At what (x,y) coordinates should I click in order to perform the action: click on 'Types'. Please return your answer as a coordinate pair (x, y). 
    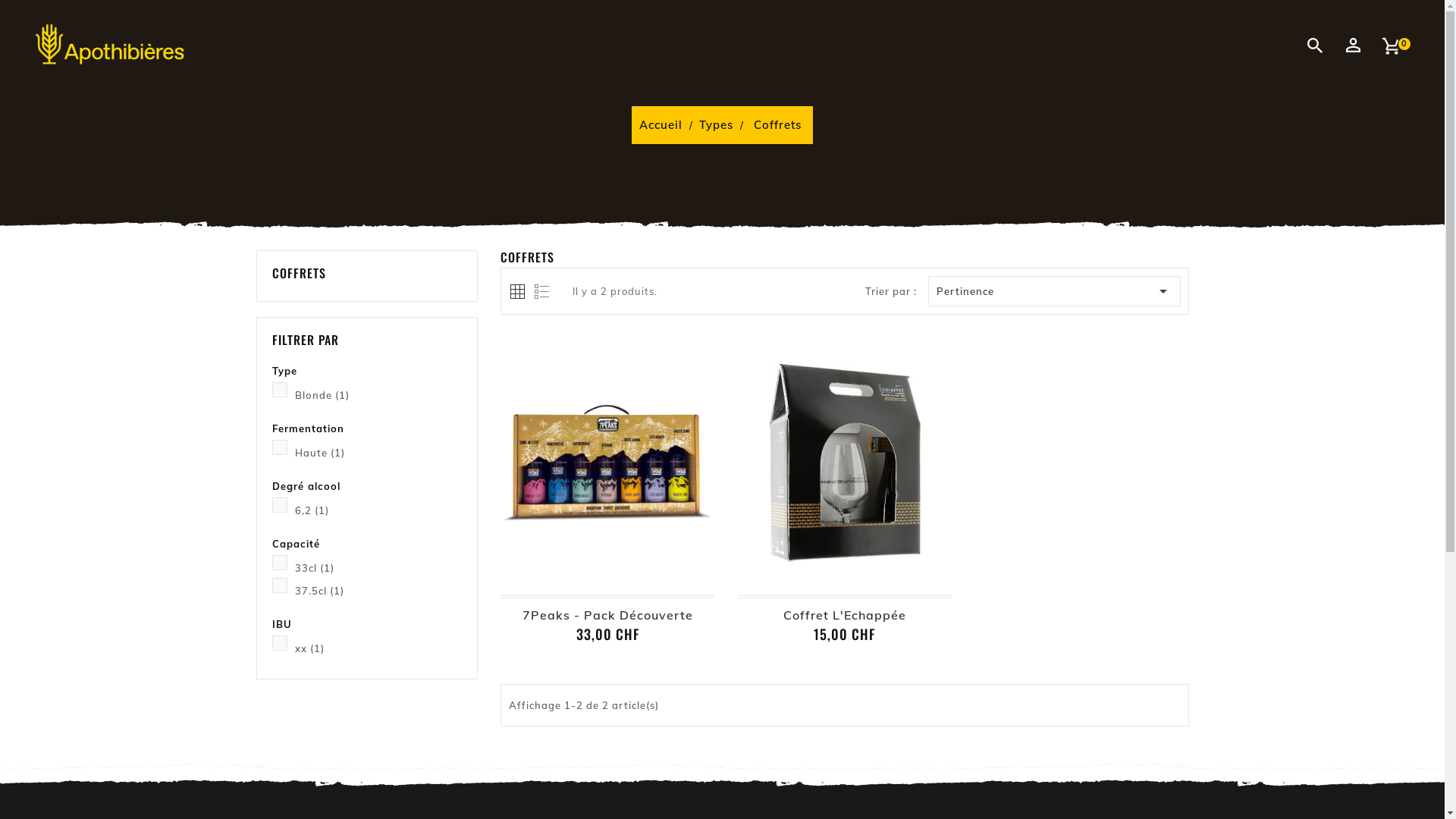
    Looking at the image, I should click on (698, 124).